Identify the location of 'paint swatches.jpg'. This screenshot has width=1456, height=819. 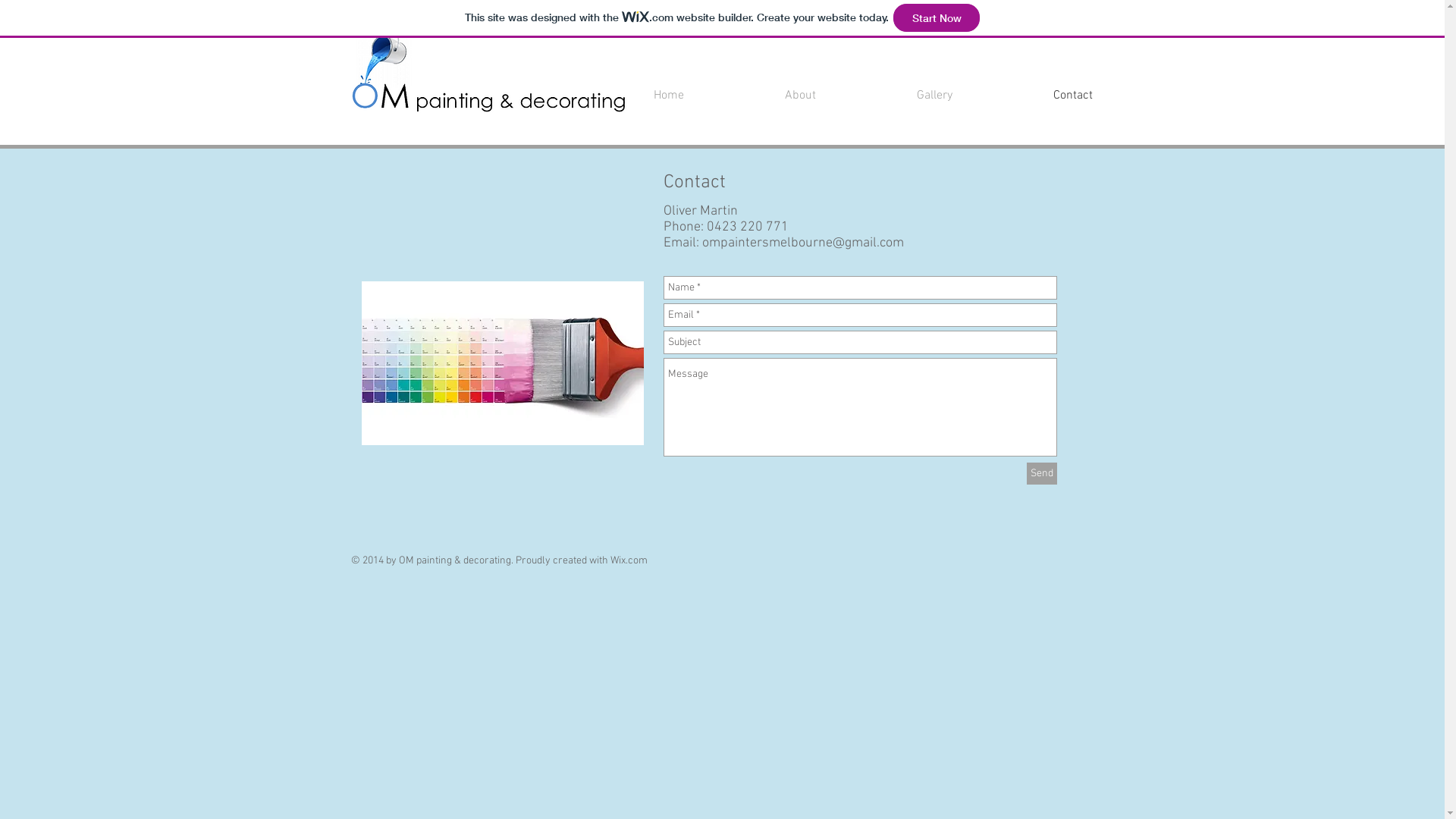
(502, 362).